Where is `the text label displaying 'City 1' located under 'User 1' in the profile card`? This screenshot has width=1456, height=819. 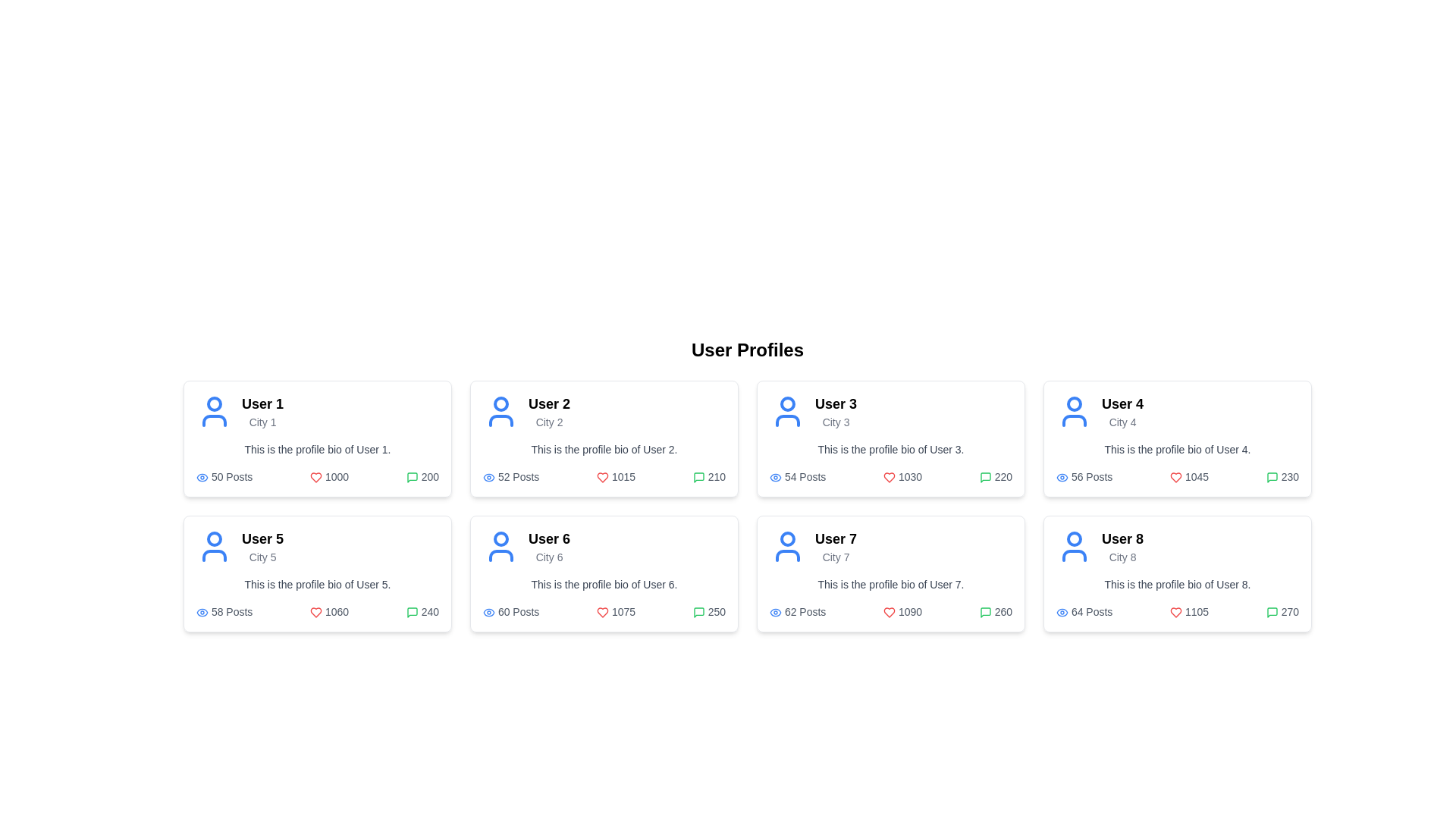 the text label displaying 'City 1' located under 'User 1' in the profile card is located at coordinates (262, 422).